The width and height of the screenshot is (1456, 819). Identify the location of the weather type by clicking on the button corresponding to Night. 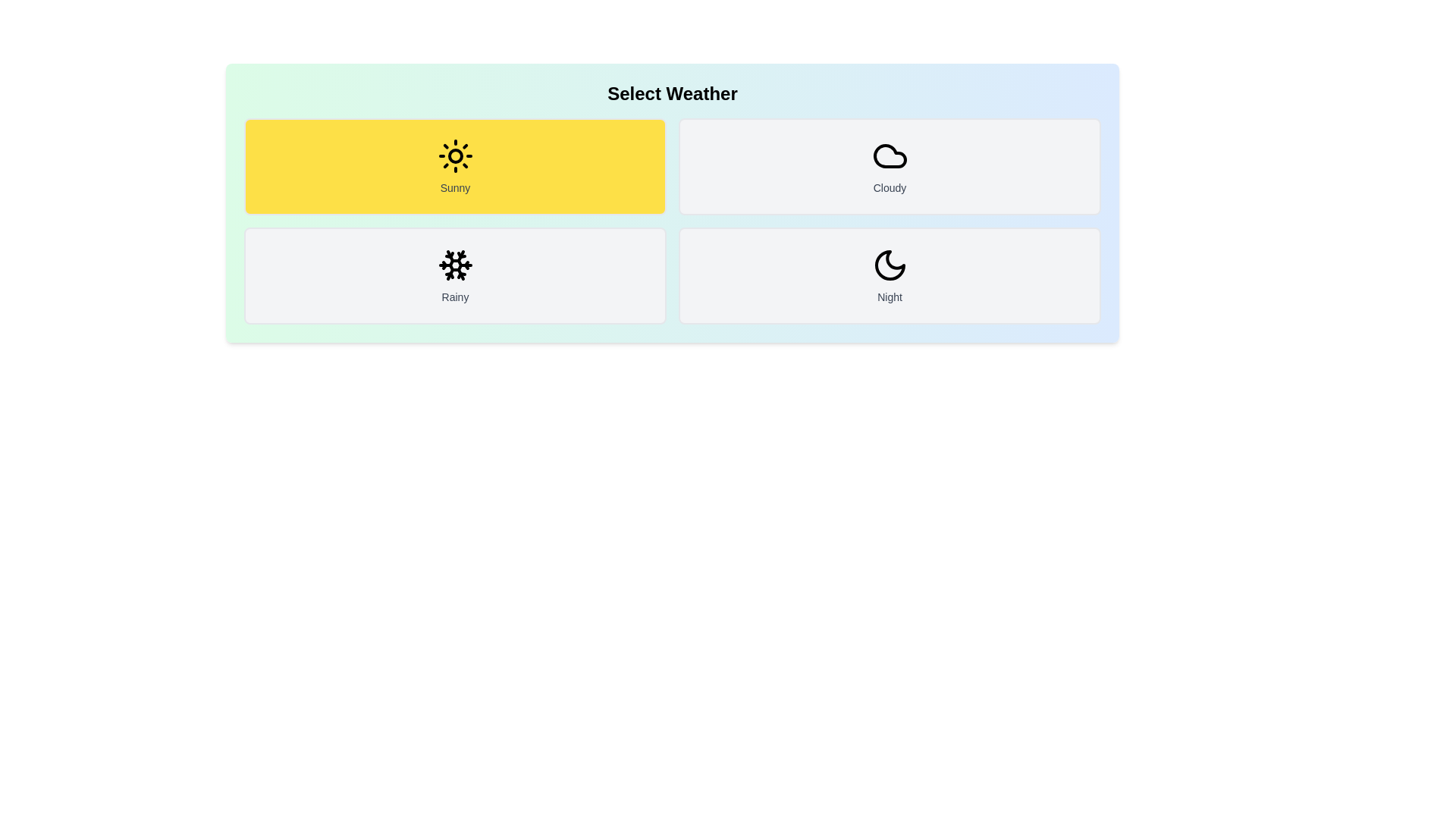
(890, 275).